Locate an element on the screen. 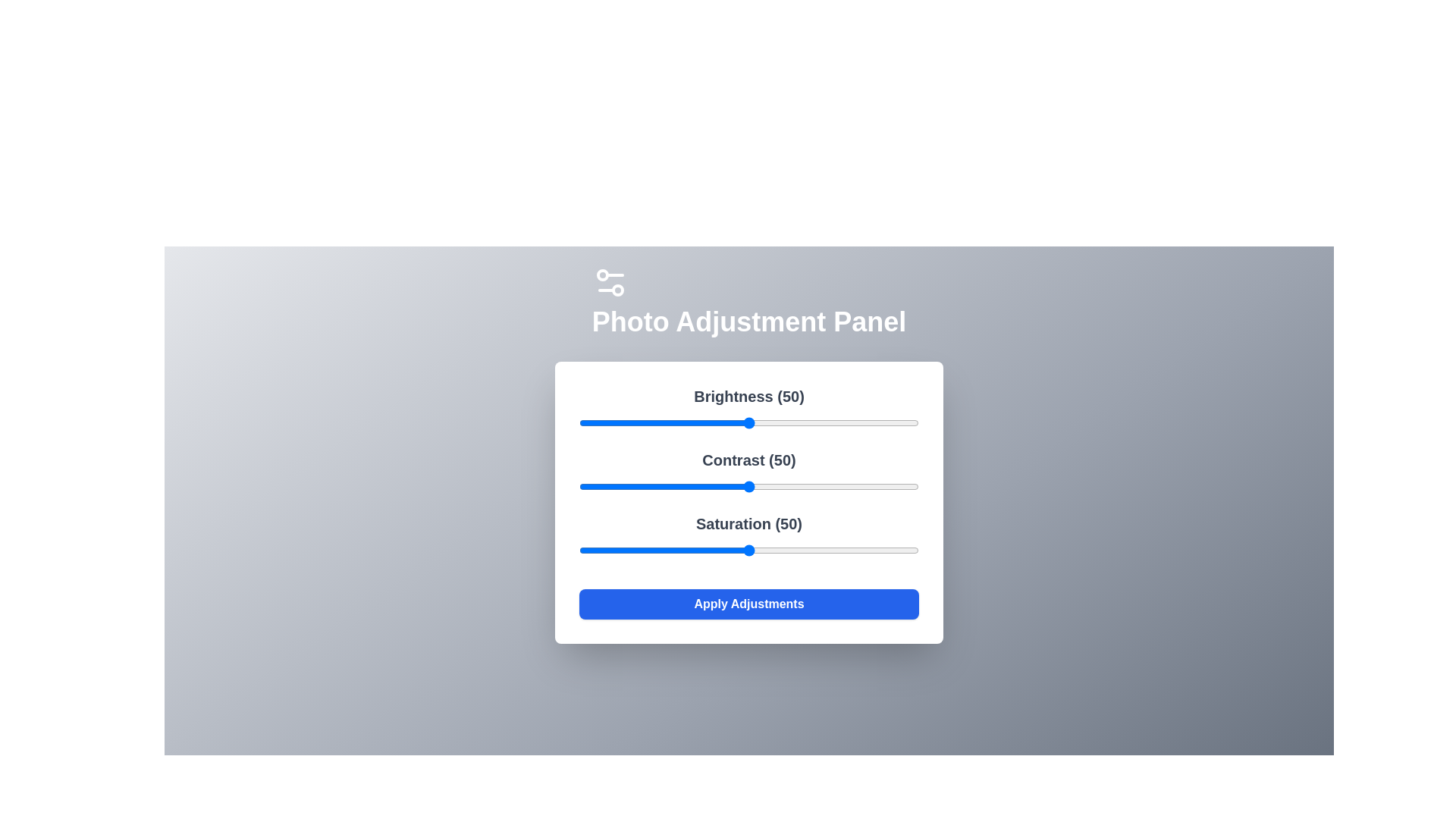  the 0 slider to 46 is located at coordinates (735, 423).